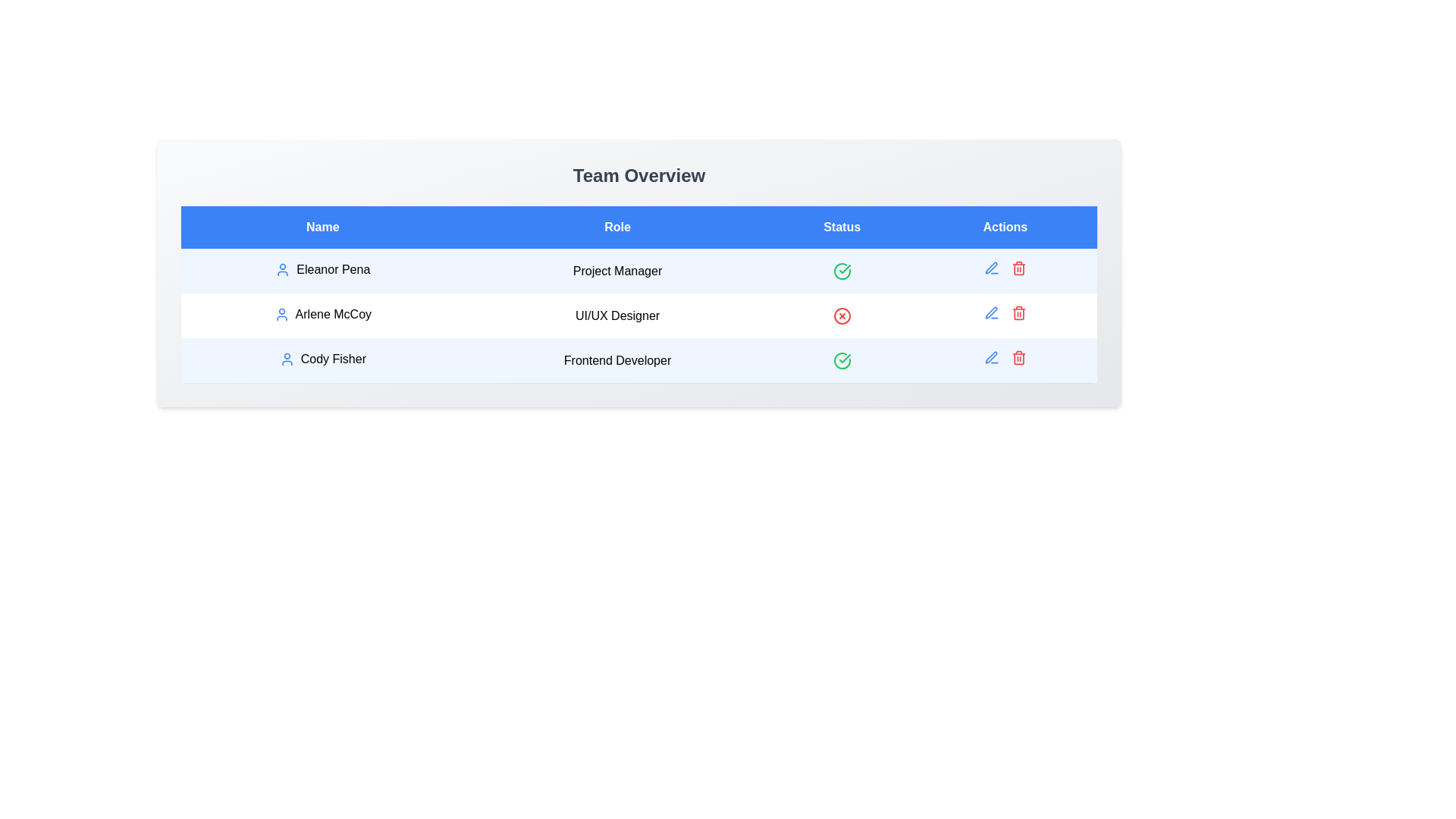 This screenshot has width=1456, height=819. I want to click on the user icon styled as a circular outline in blue, located in the first row under the 'Name' column next to 'Eleanor Pena', so click(283, 268).